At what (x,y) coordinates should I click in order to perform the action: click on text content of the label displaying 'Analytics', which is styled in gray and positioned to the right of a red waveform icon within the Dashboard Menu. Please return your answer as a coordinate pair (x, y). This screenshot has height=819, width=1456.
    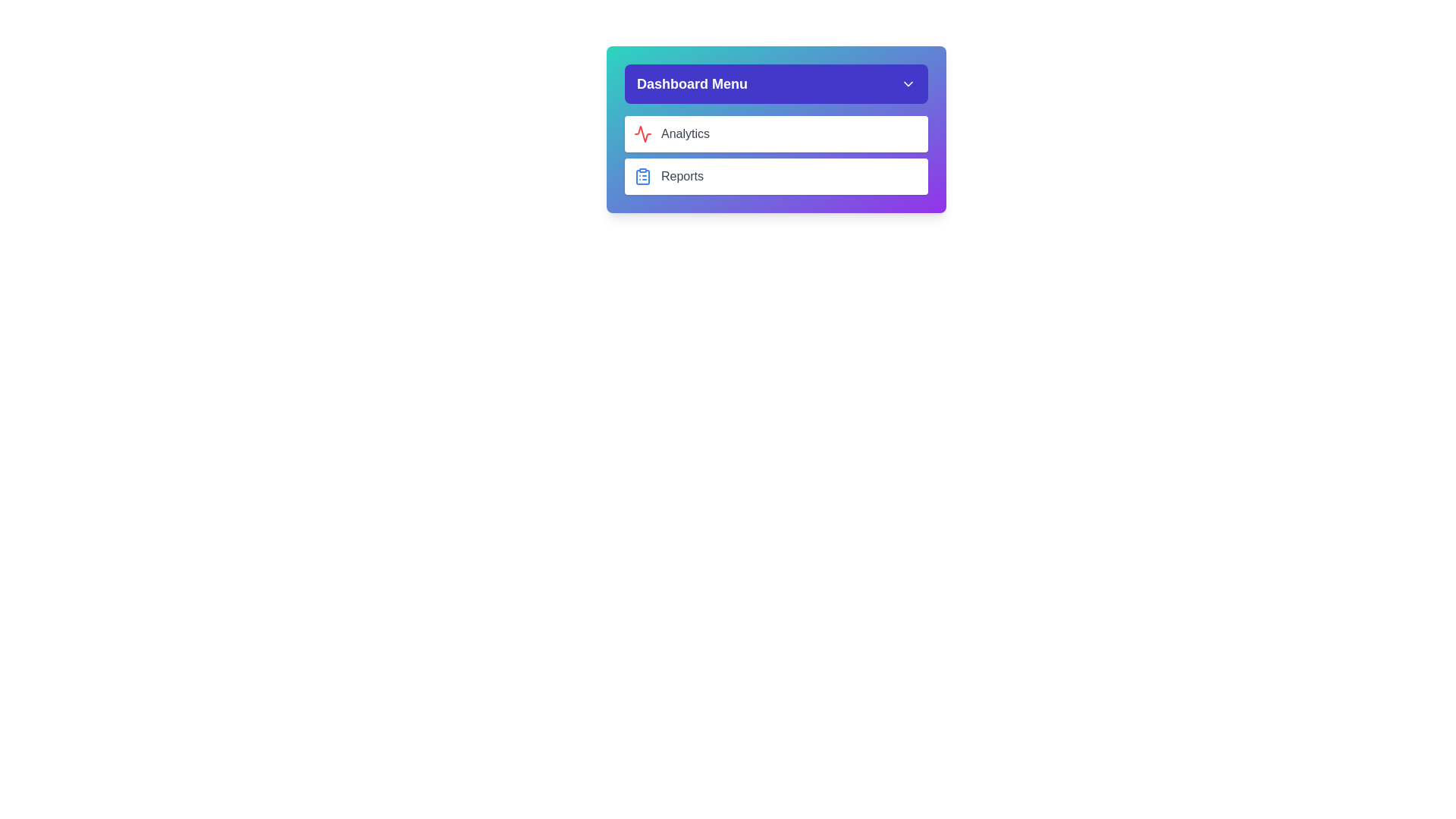
    Looking at the image, I should click on (684, 133).